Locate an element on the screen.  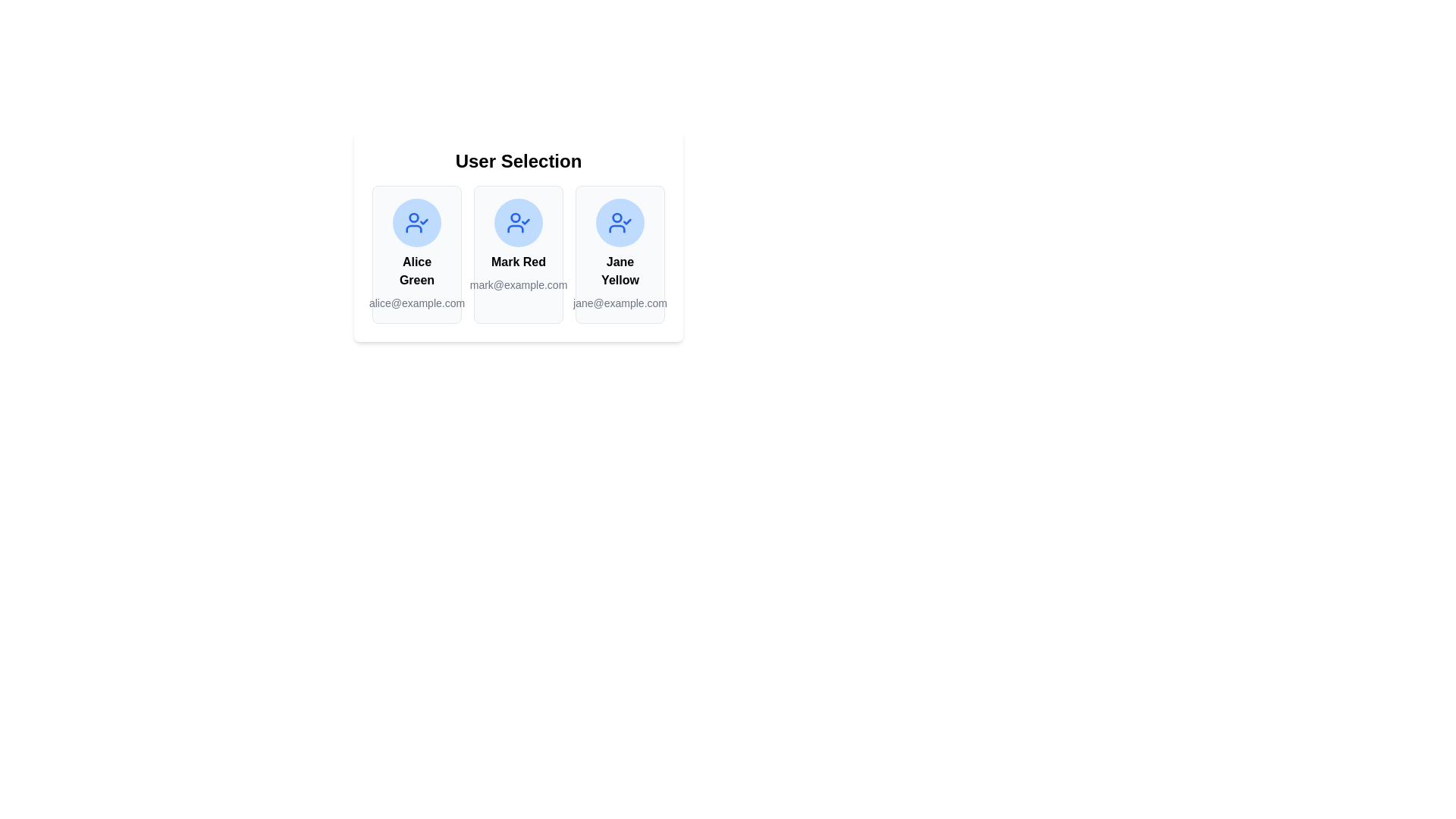
the static email address text label displaying 'Jane Yellow's' email, which is located at the bottom of the user profile card is located at coordinates (620, 303).